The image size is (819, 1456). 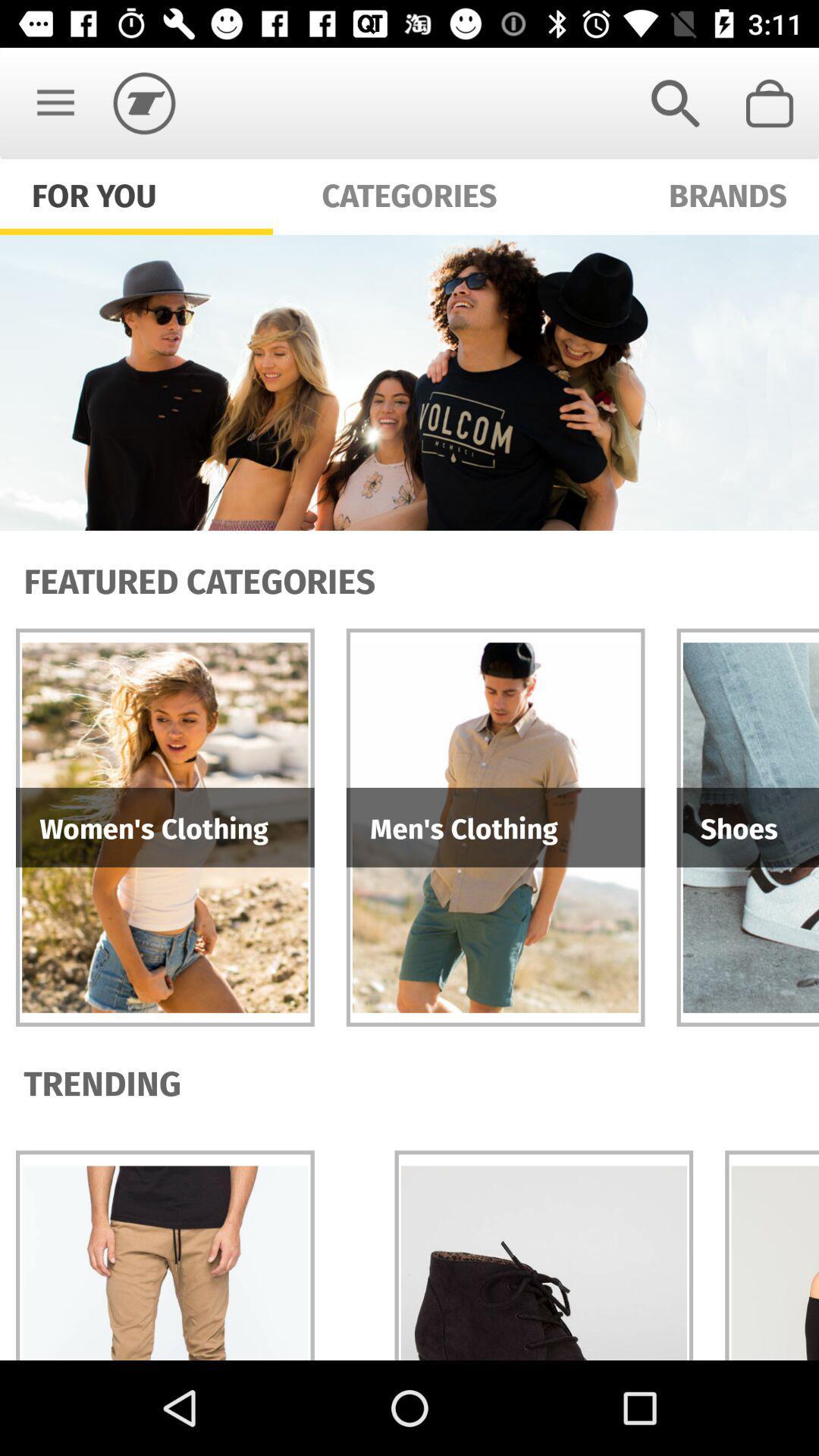 I want to click on the item above for you icon, so click(x=55, y=102).